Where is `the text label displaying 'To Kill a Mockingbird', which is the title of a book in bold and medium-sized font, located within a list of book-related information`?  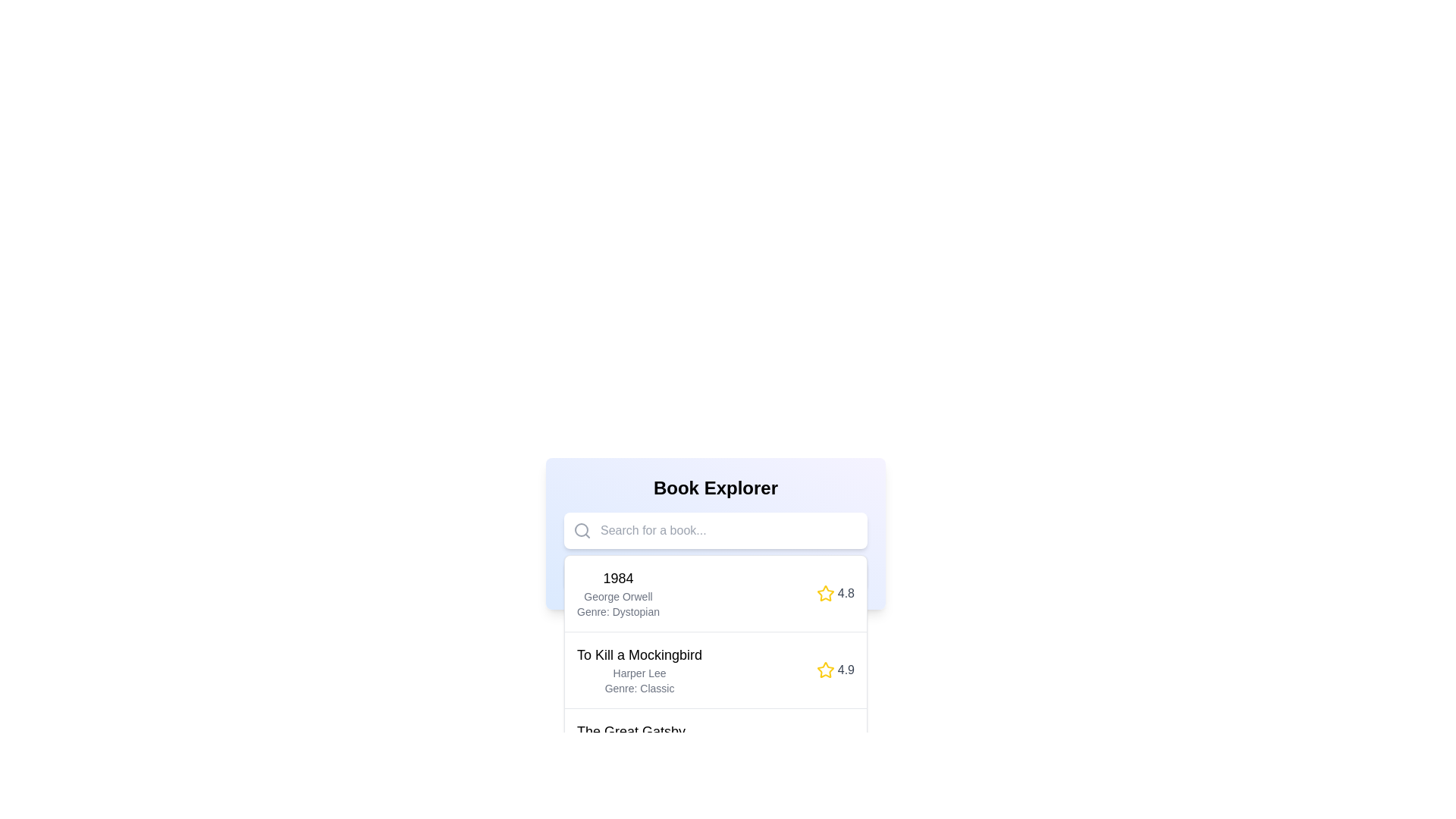 the text label displaying 'To Kill a Mockingbird', which is the title of a book in bold and medium-sized font, located within a list of book-related information is located at coordinates (639, 654).